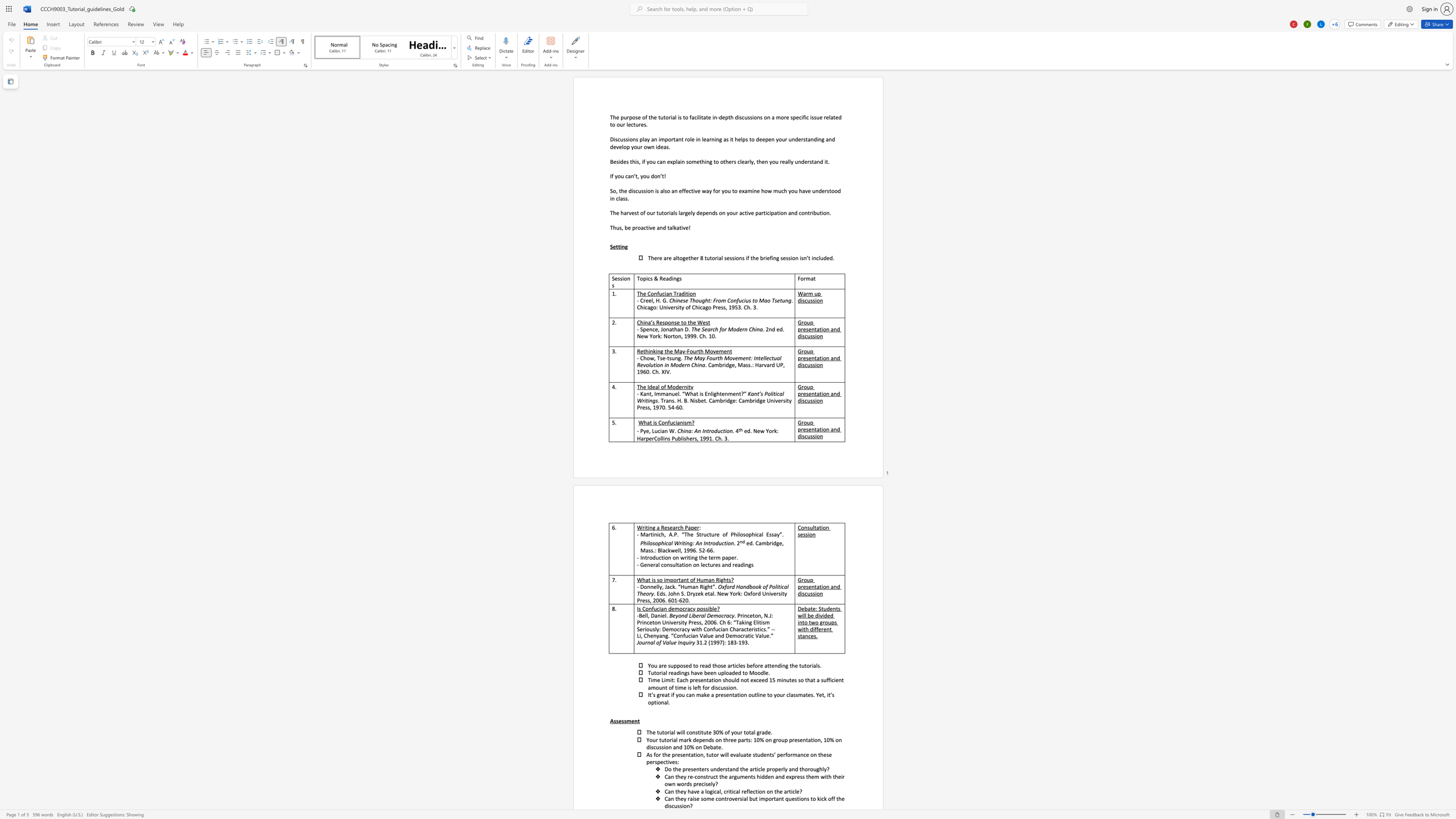  What do you see at coordinates (650, 300) in the screenshot?
I see `the space between the continuous character "e" and "l" in the text` at bounding box center [650, 300].